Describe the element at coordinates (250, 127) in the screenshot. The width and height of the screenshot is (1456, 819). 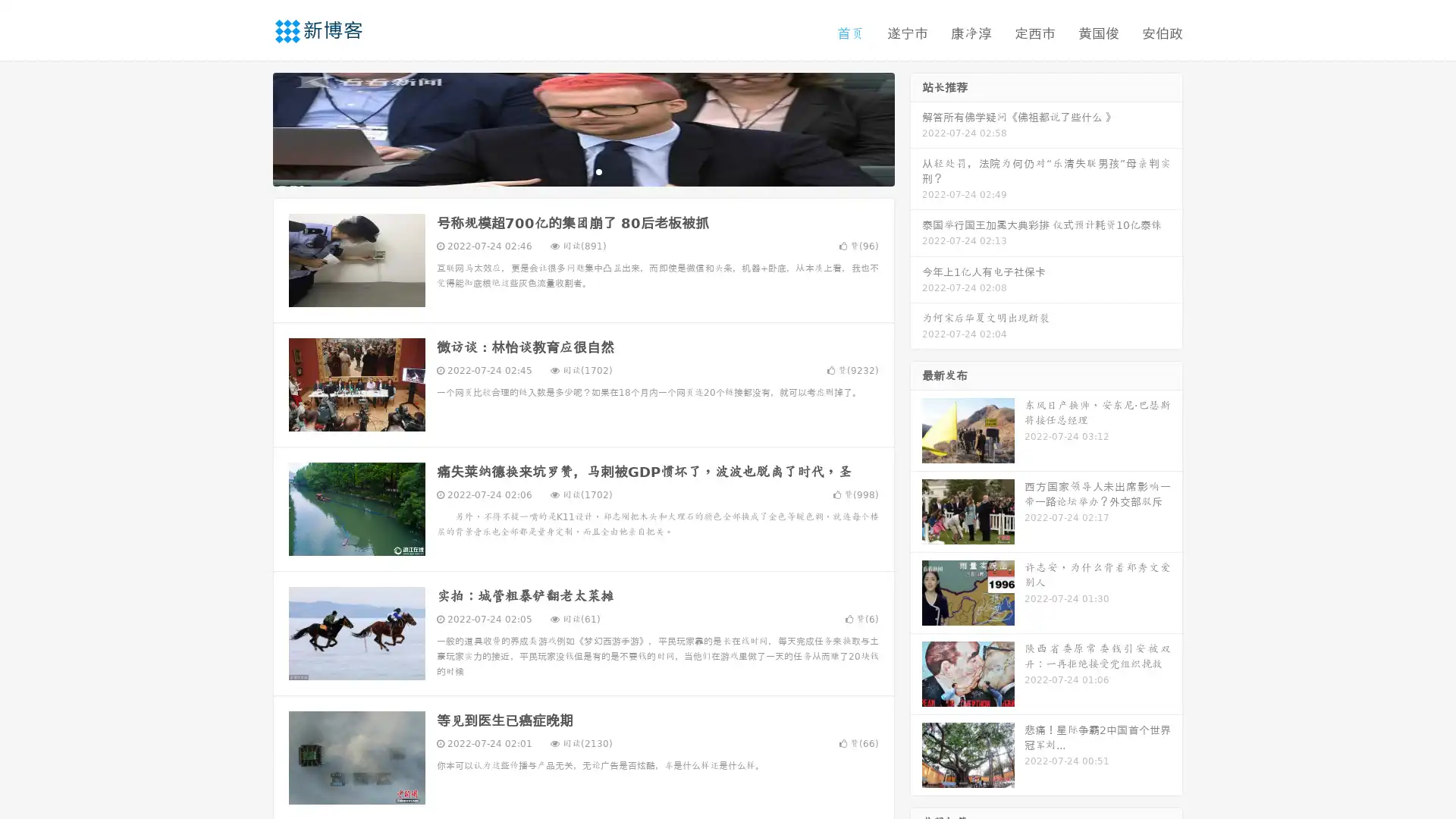
I see `Previous slide` at that location.